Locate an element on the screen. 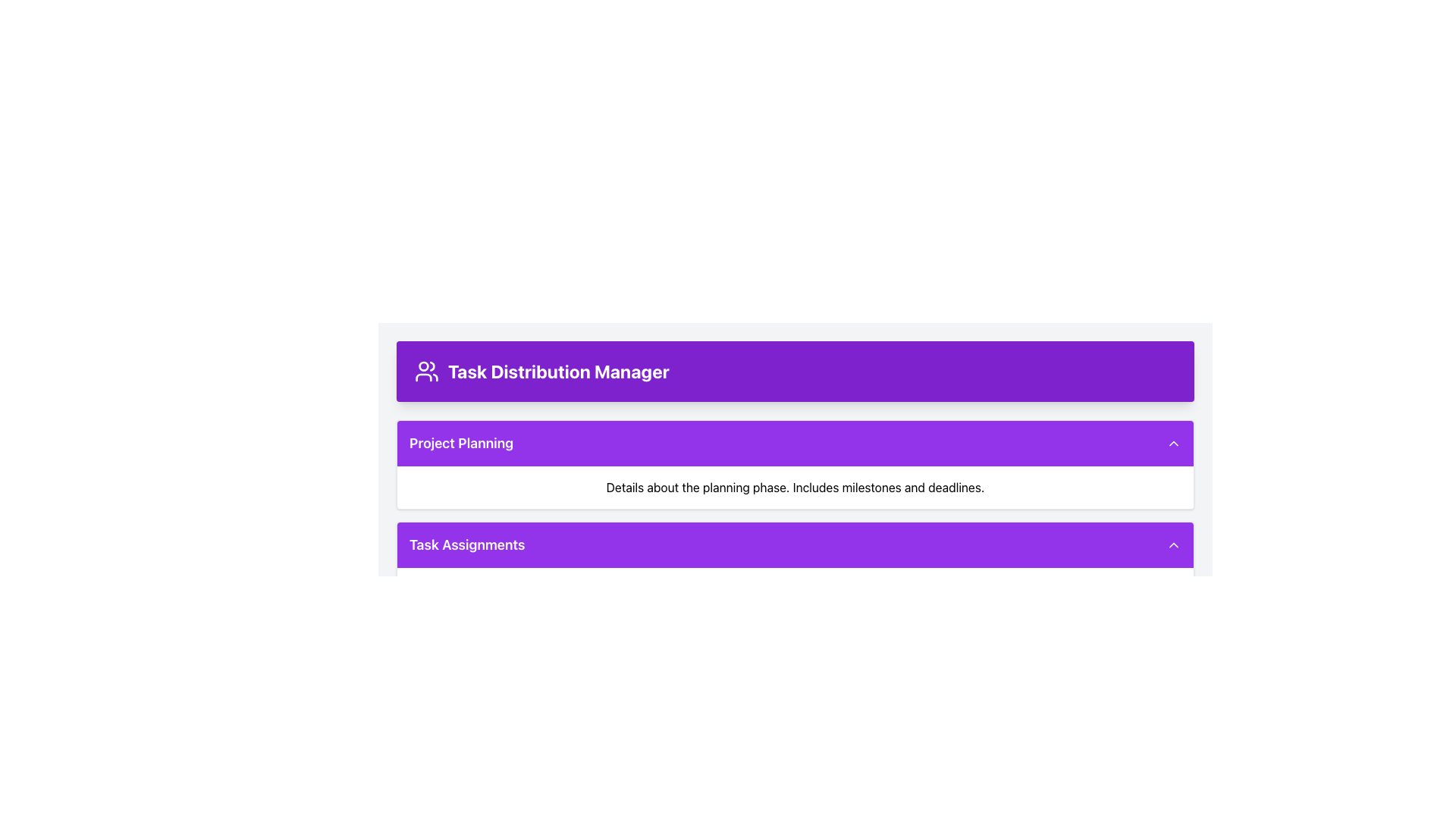 This screenshot has width=1456, height=819. the lower horizontal component of the SVG icon representing the user's context in the 'Task Distribution Manager' section, located near the left edge of the purple header bar is located at coordinates (423, 376).